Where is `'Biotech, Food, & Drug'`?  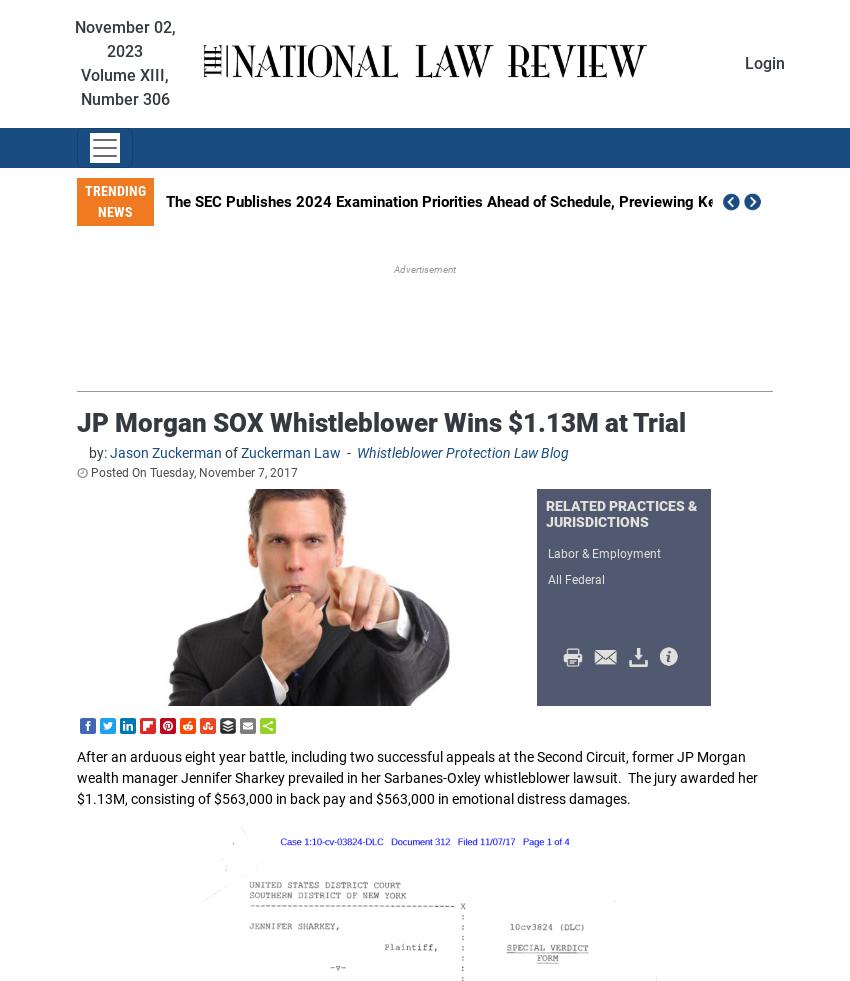 'Biotech, Food, & Drug' is located at coordinates (424, 636).